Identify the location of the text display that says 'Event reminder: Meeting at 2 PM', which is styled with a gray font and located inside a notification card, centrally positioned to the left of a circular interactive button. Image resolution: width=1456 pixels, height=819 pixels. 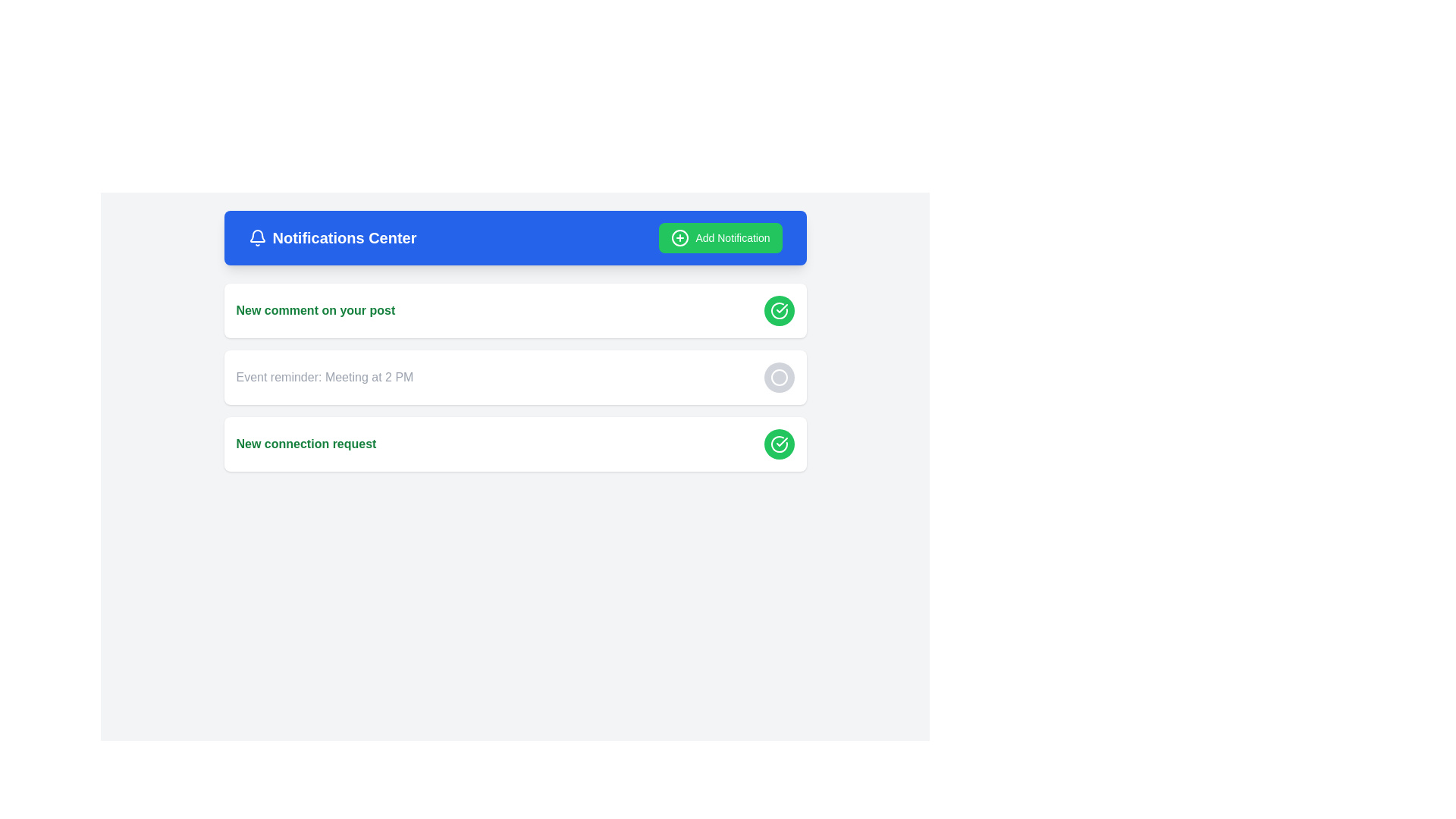
(324, 376).